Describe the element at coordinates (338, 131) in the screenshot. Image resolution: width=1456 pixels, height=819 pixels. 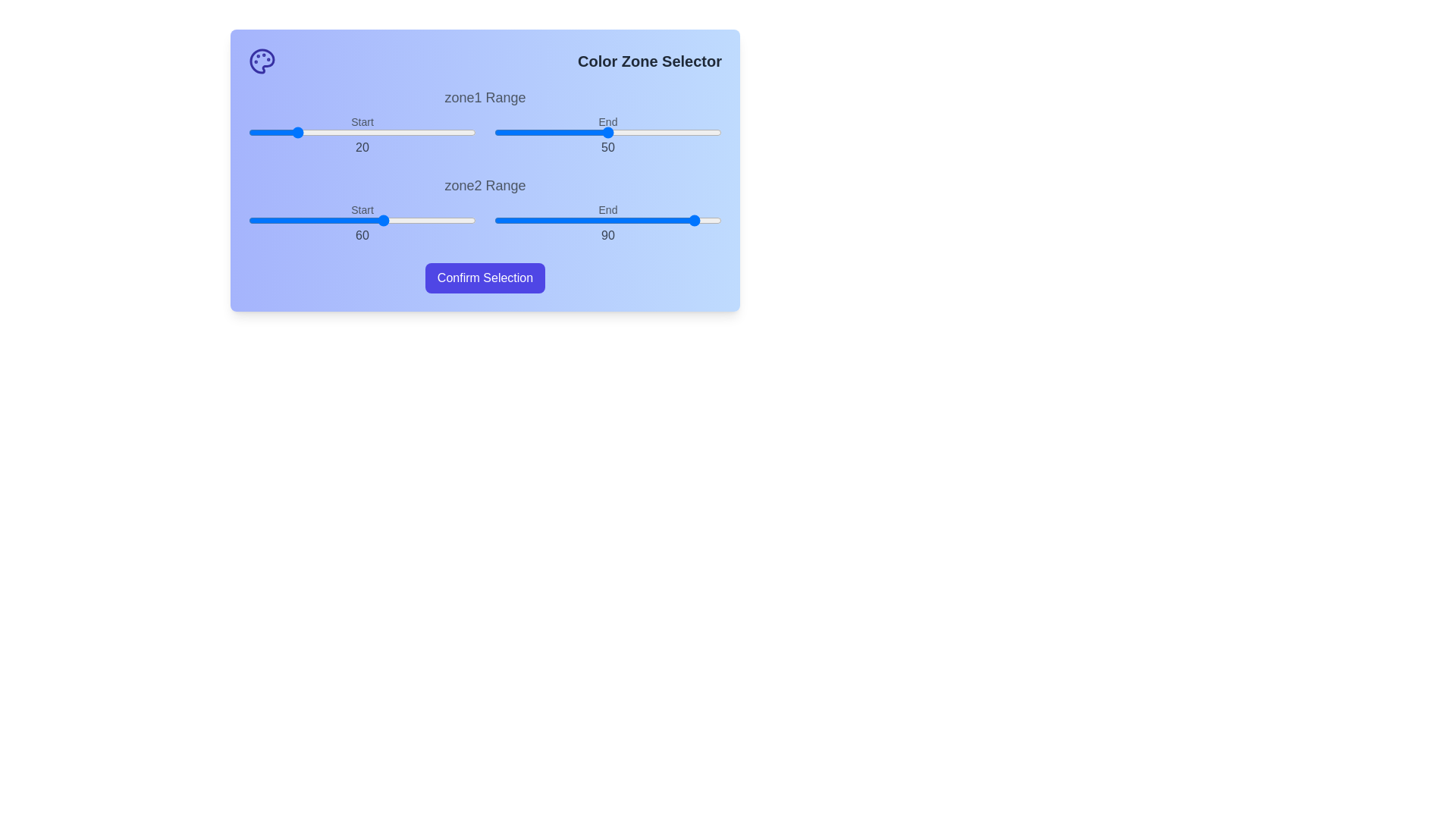
I see `the start range slider for zone1 to 40` at that location.